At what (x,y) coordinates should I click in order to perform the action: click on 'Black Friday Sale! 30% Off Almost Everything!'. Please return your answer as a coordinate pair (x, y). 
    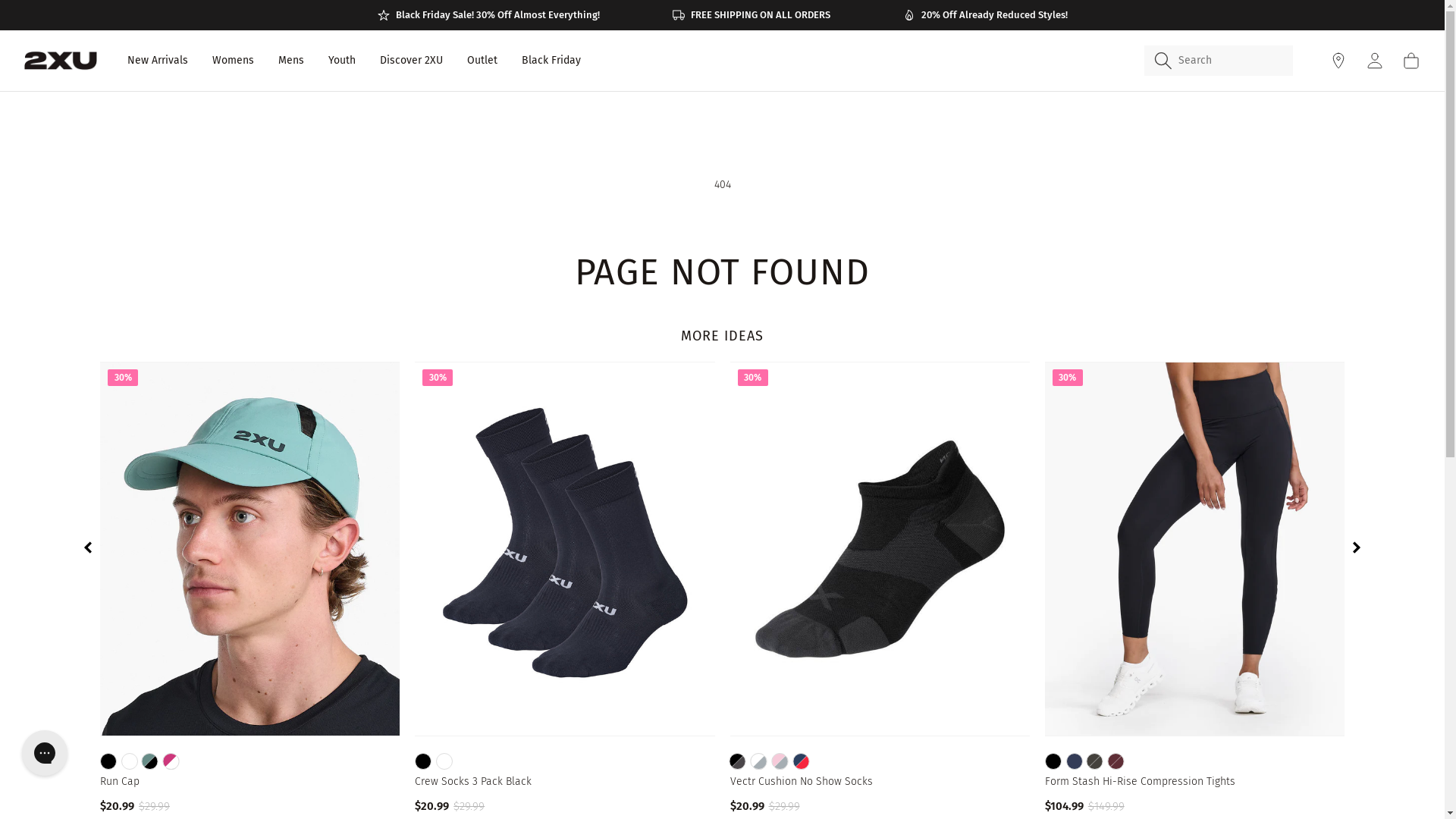
    Looking at the image, I should click on (488, 14).